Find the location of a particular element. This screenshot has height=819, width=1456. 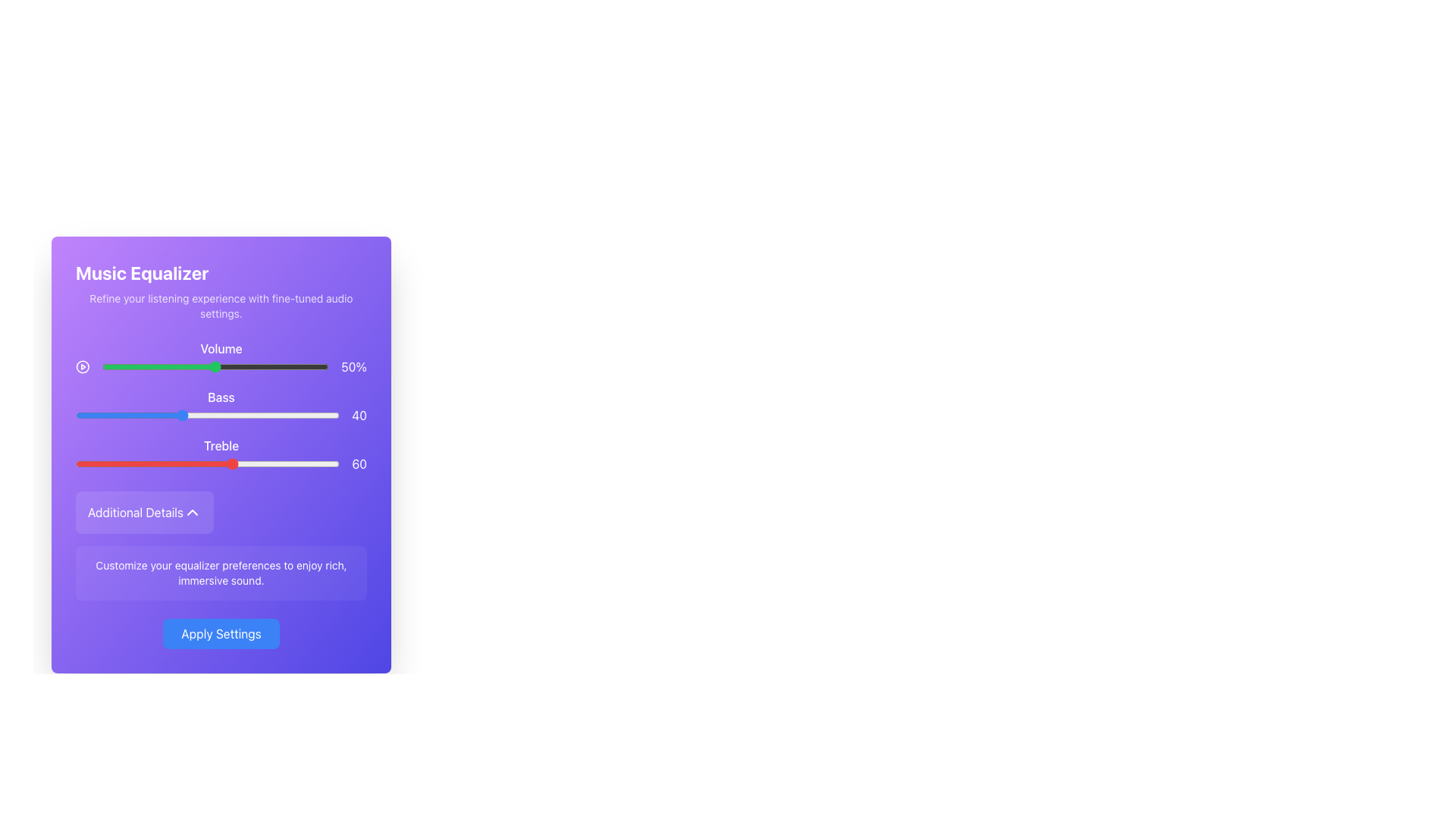

informative text block that contains the message 'Customize your equalizer preferences to enjoy rich, immersive sound.', which is displayed in white on a light purple background, centered above the 'Apply Settings' button is located at coordinates (221, 573).